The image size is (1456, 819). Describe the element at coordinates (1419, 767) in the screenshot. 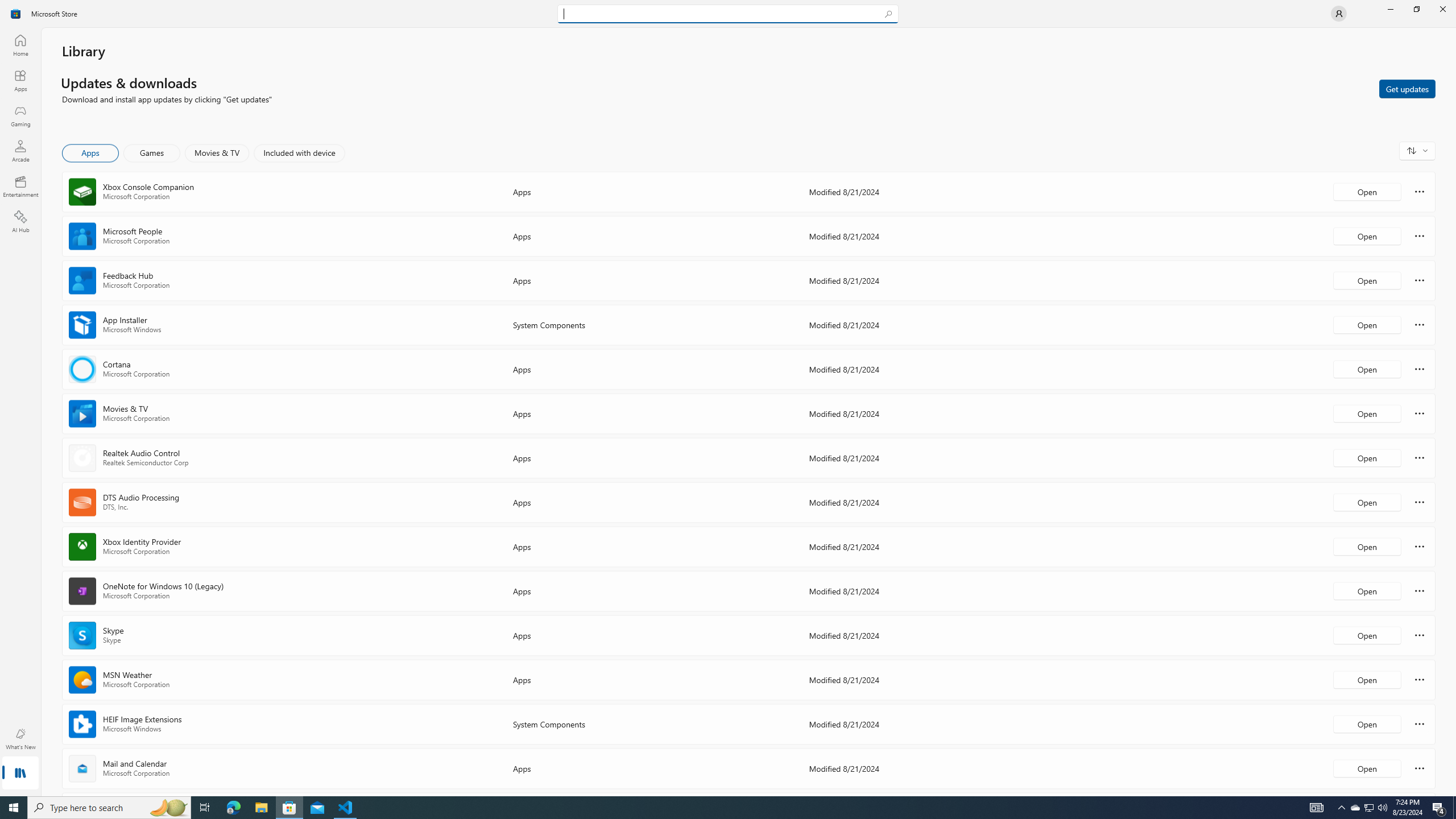

I see `'More options'` at that location.